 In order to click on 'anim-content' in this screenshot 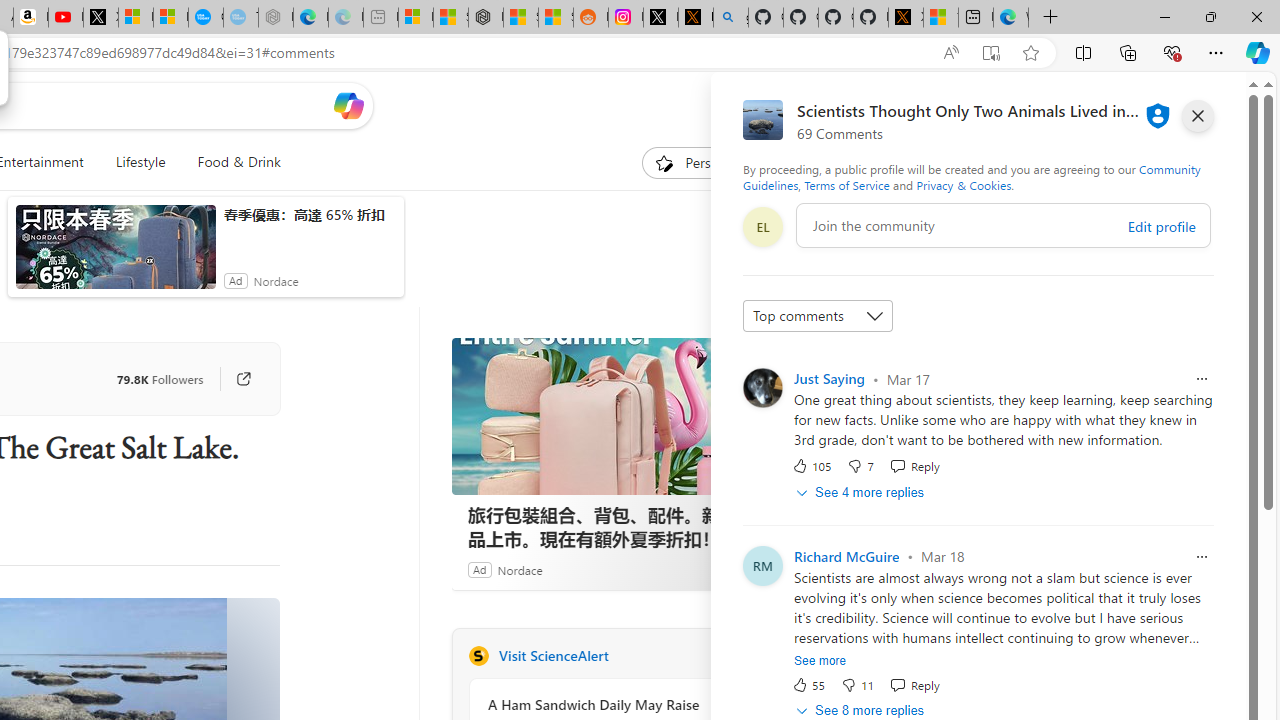, I will do `click(114, 254)`.